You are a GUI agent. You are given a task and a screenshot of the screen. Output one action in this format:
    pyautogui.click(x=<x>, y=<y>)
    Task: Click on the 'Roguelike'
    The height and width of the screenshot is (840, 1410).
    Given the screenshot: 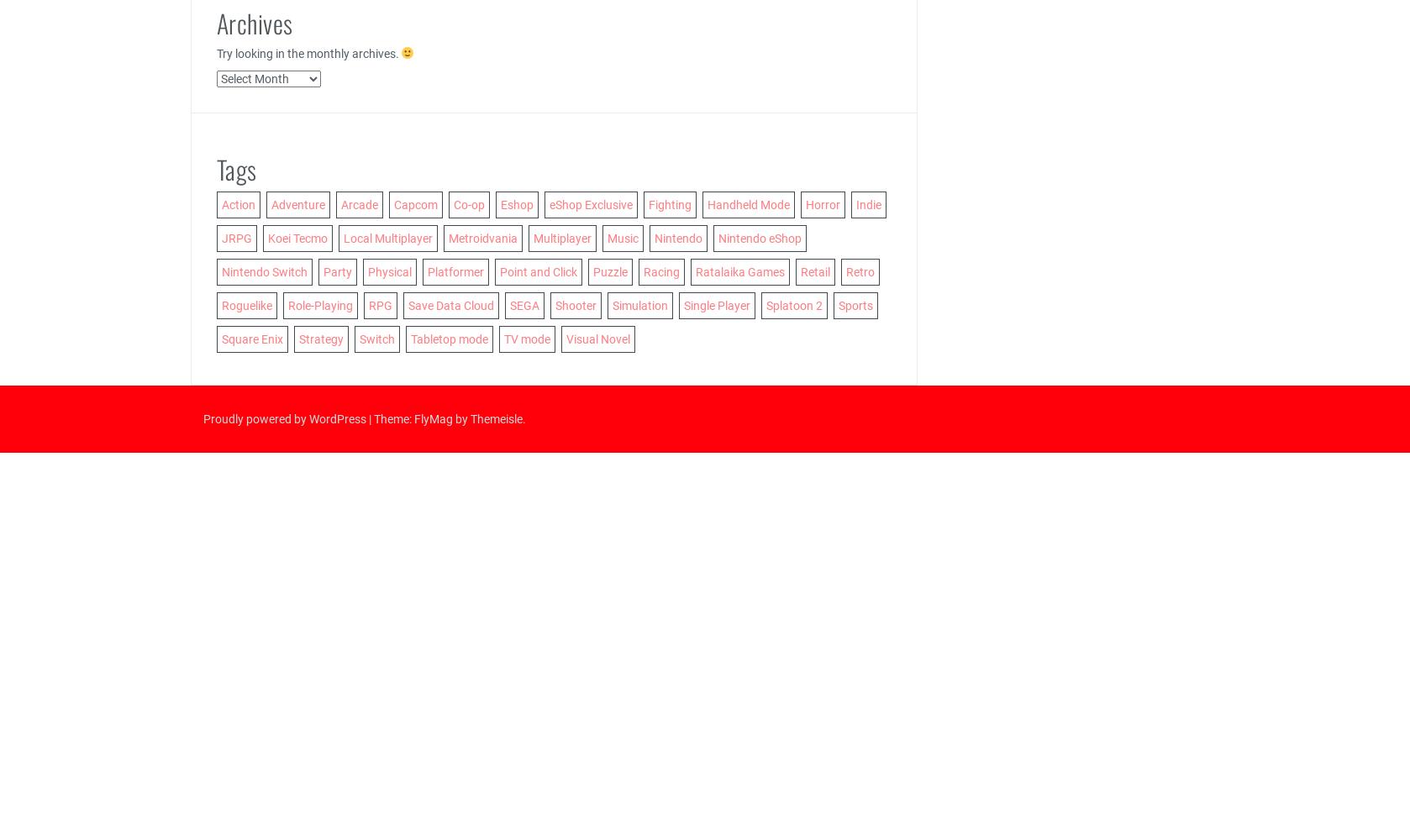 What is the action you would take?
    pyautogui.click(x=220, y=304)
    